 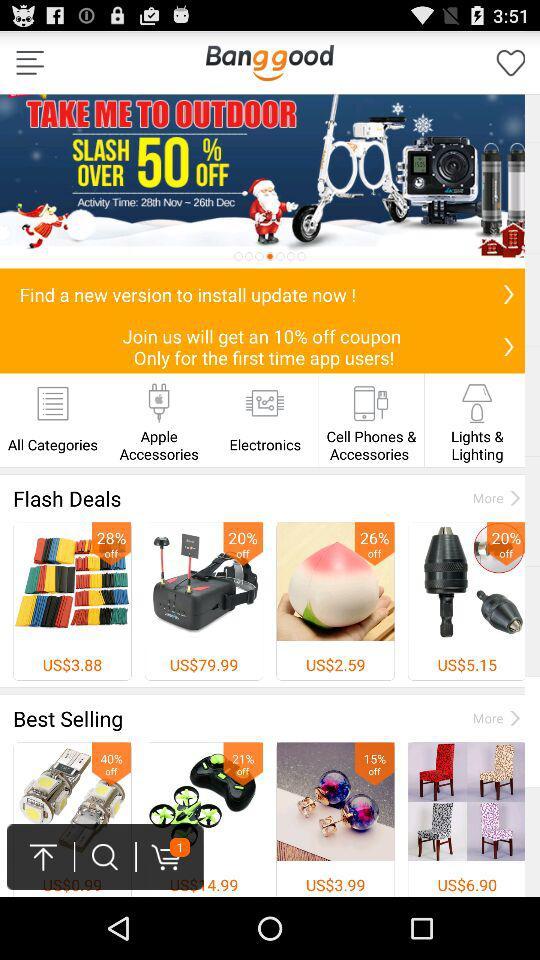 What do you see at coordinates (29, 62) in the screenshot?
I see `open main menu` at bounding box center [29, 62].